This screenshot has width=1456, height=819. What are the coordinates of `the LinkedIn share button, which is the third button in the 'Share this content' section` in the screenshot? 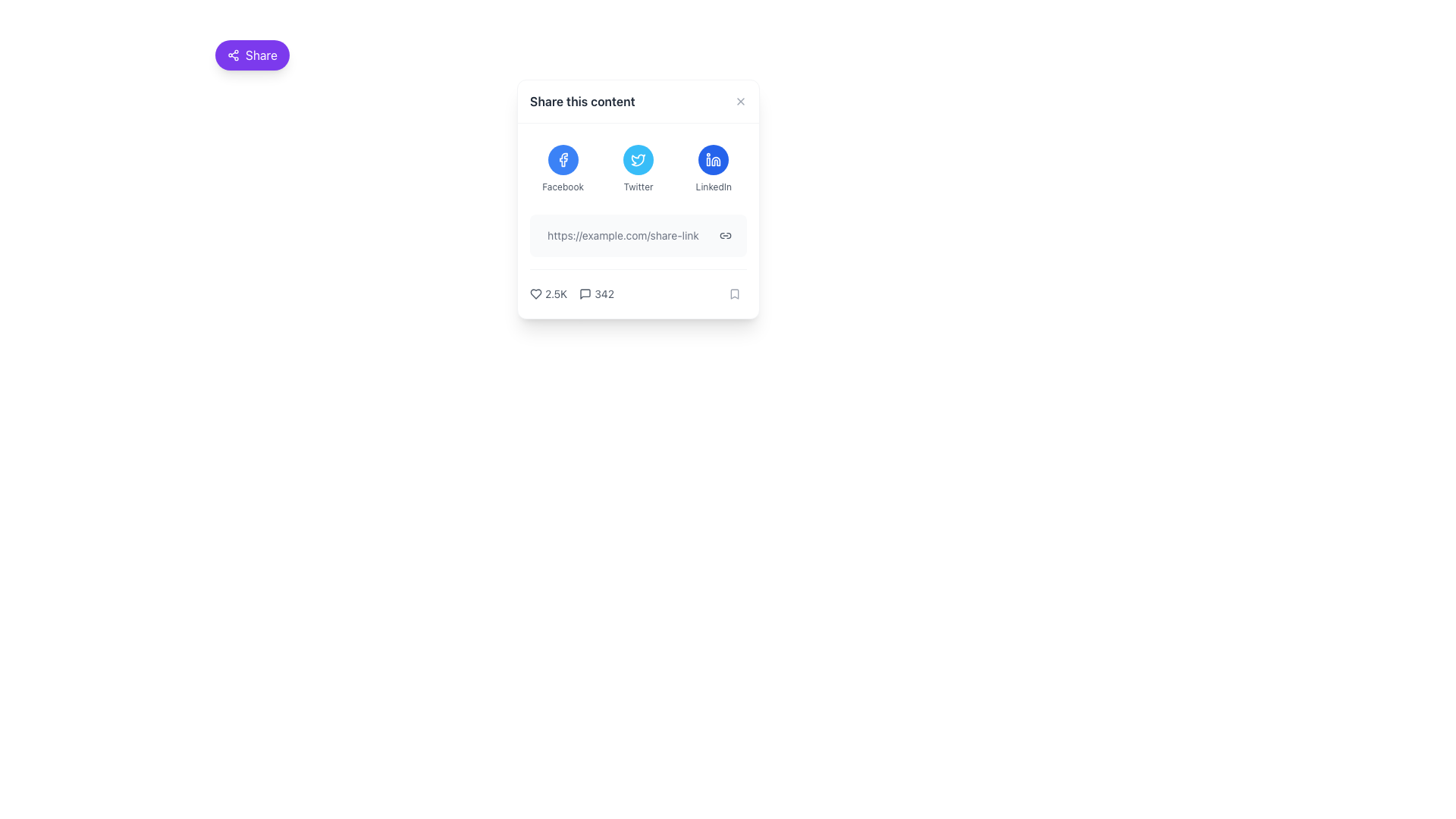 It's located at (713, 169).